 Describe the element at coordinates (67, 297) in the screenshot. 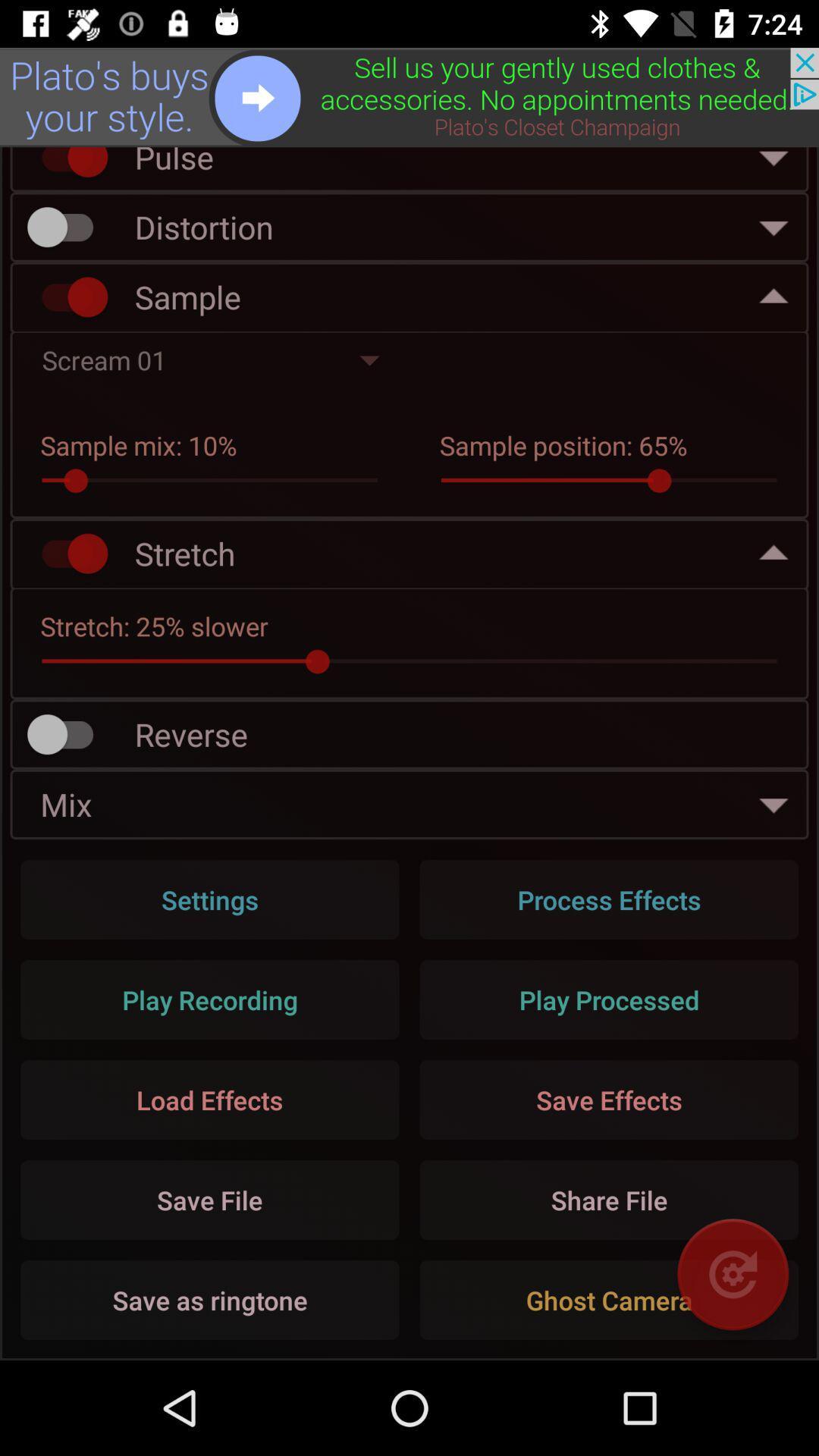

I see `disable sample` at that location.